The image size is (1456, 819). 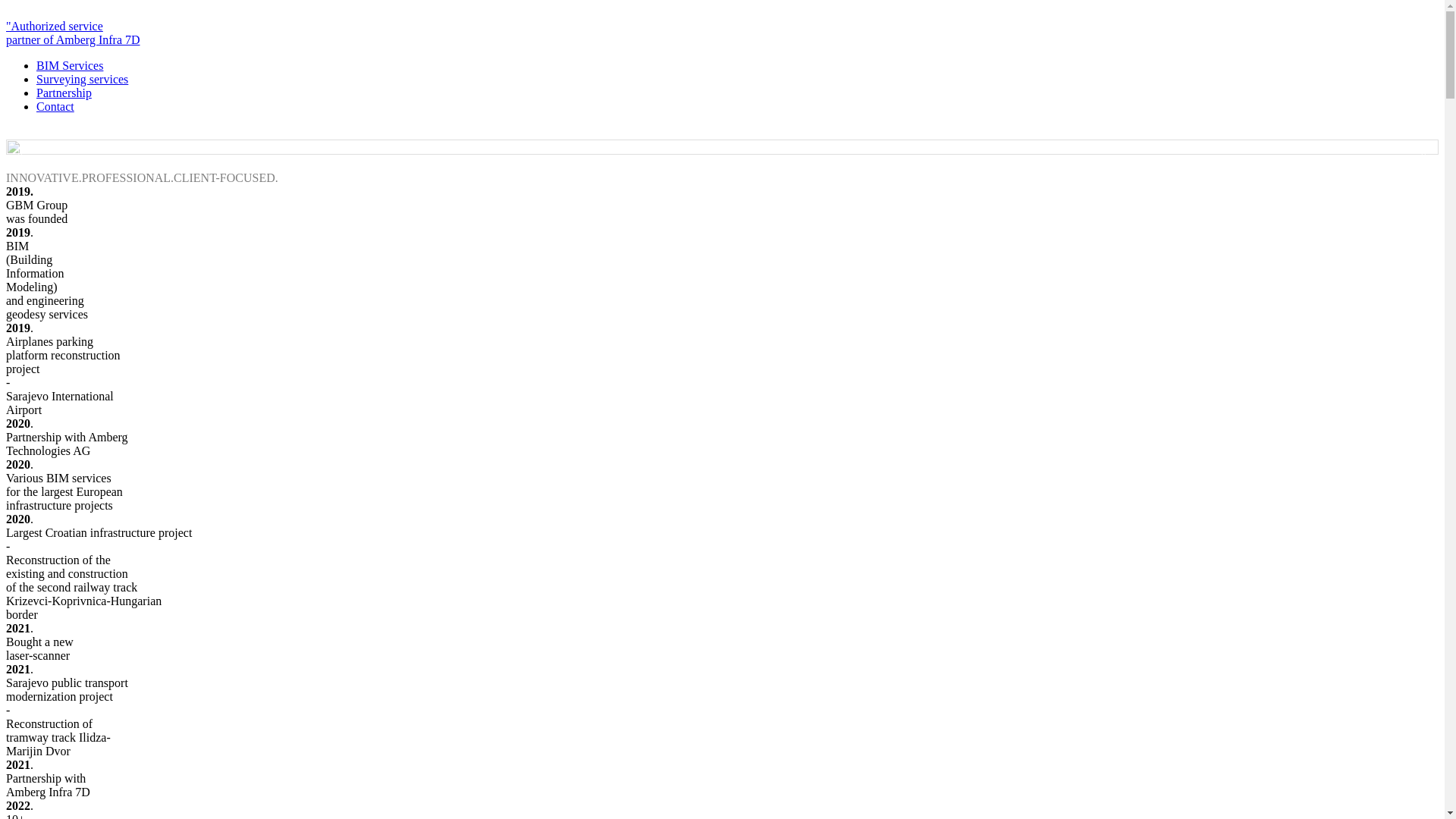 What do you see at coordinates (63, 93) in the screenshot?
I see `'Partnership'` at bounding box center [63, 93].